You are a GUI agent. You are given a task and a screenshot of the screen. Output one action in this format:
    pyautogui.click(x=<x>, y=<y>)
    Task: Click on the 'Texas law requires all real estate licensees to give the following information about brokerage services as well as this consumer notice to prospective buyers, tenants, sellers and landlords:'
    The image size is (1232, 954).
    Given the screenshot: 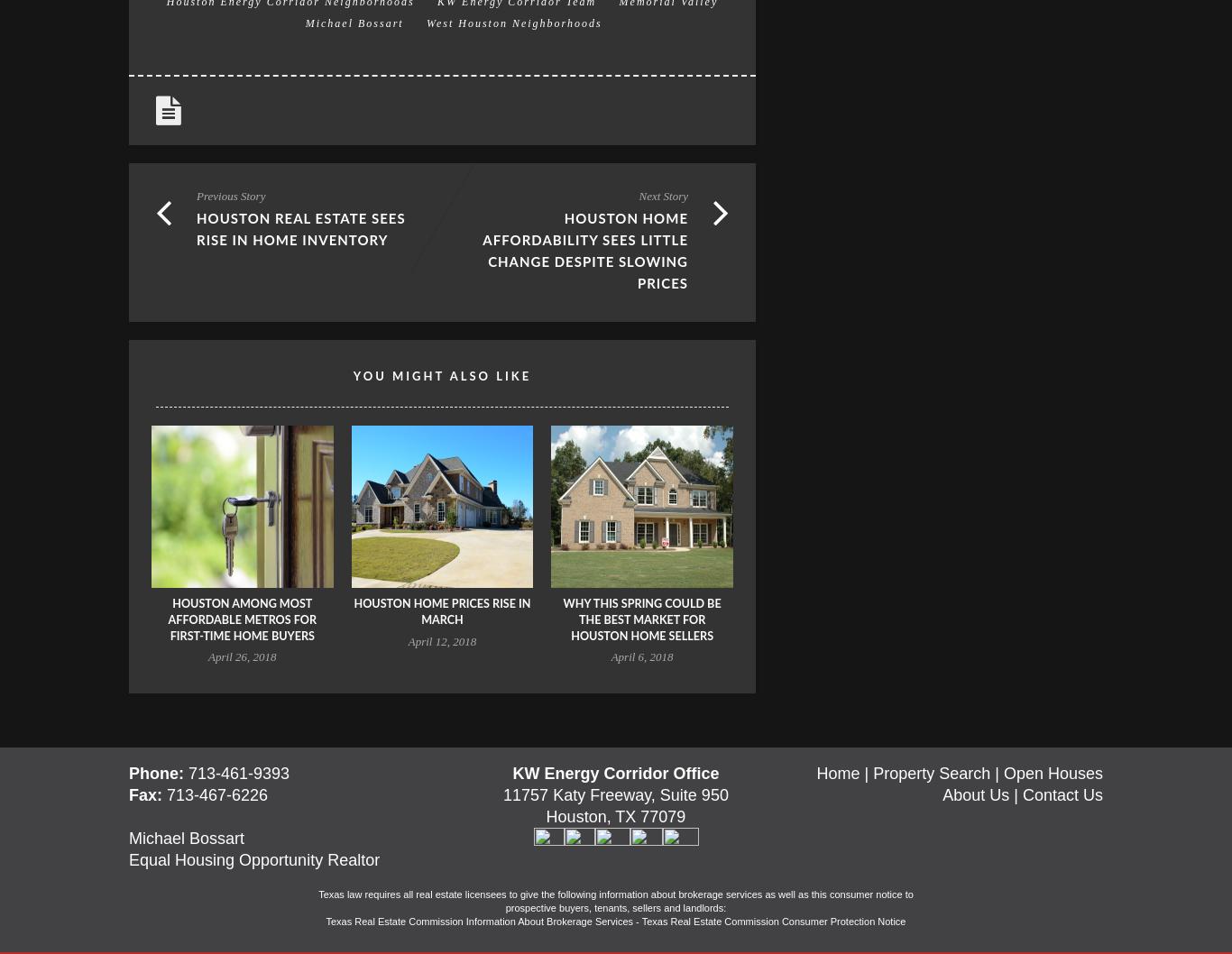 What is the action you would take?
    pyautogui.click(x=614, y=900)
    